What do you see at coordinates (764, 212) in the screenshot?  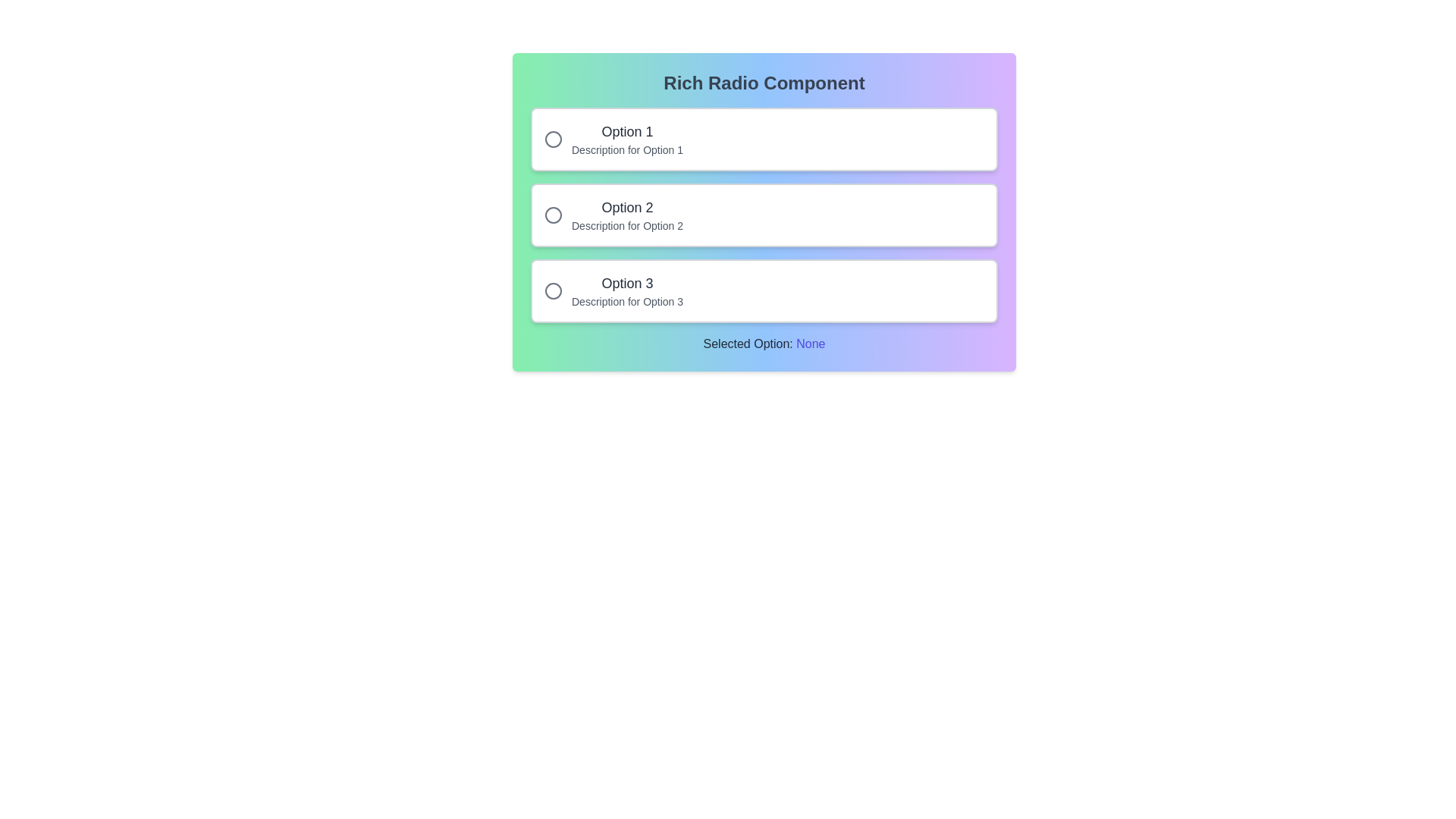 I see `the Interactive radio button group labeled 'Rich Radio Component'` at bounding box center [764, 212].